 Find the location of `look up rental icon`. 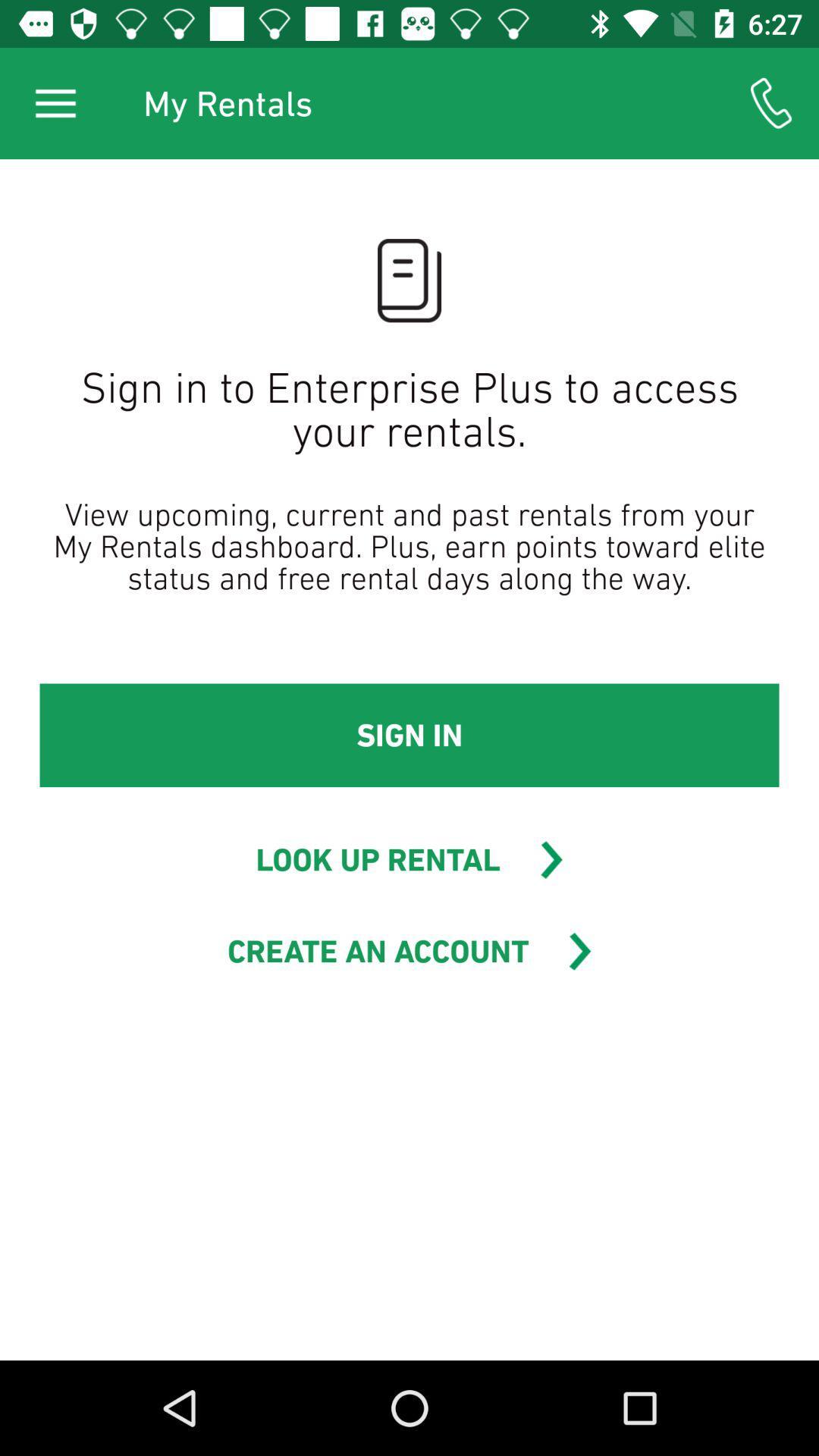

look up rental icon is located at coordinates (377, 859).